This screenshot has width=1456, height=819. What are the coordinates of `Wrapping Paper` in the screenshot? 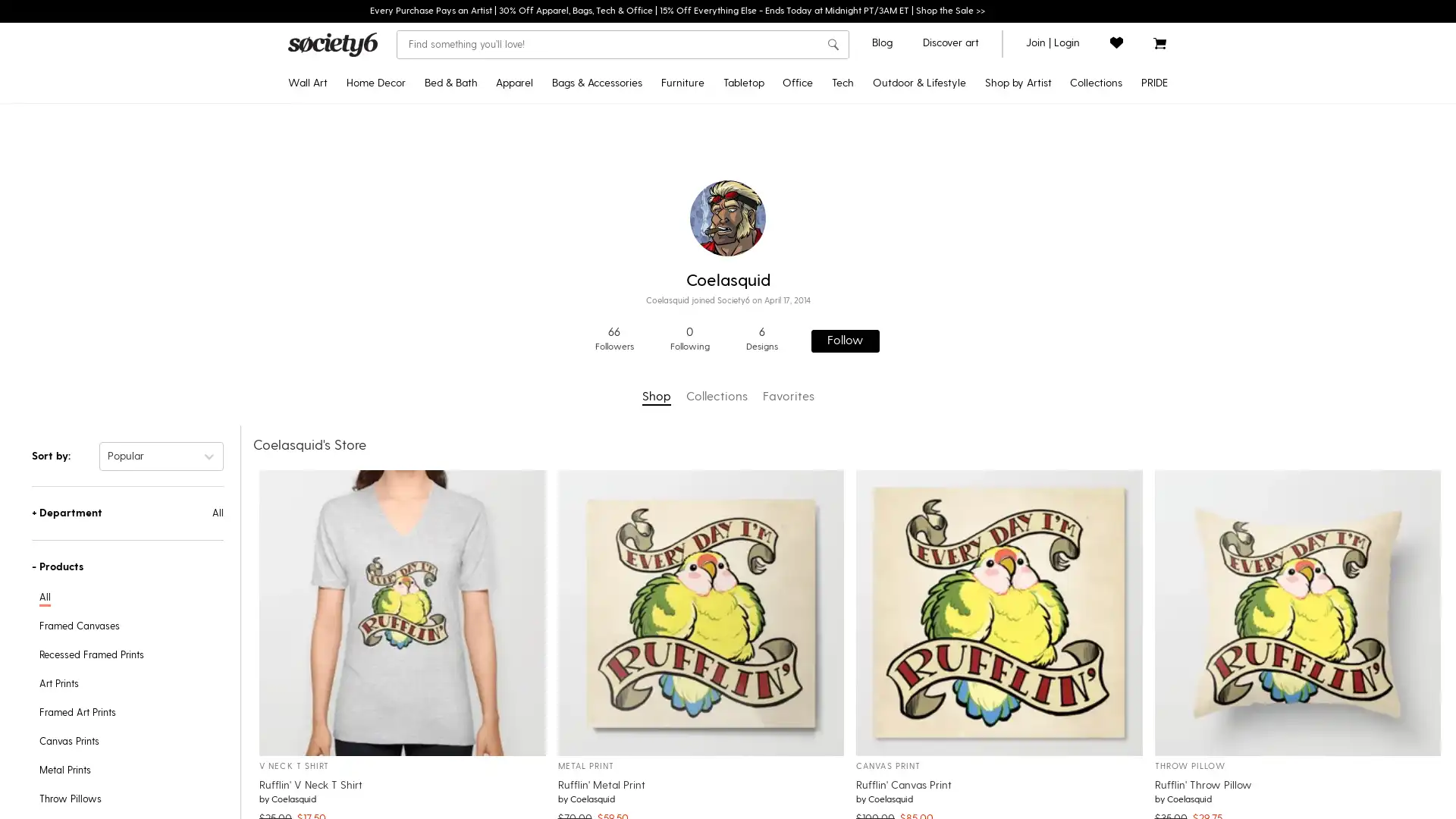 It's located at (835, 293).